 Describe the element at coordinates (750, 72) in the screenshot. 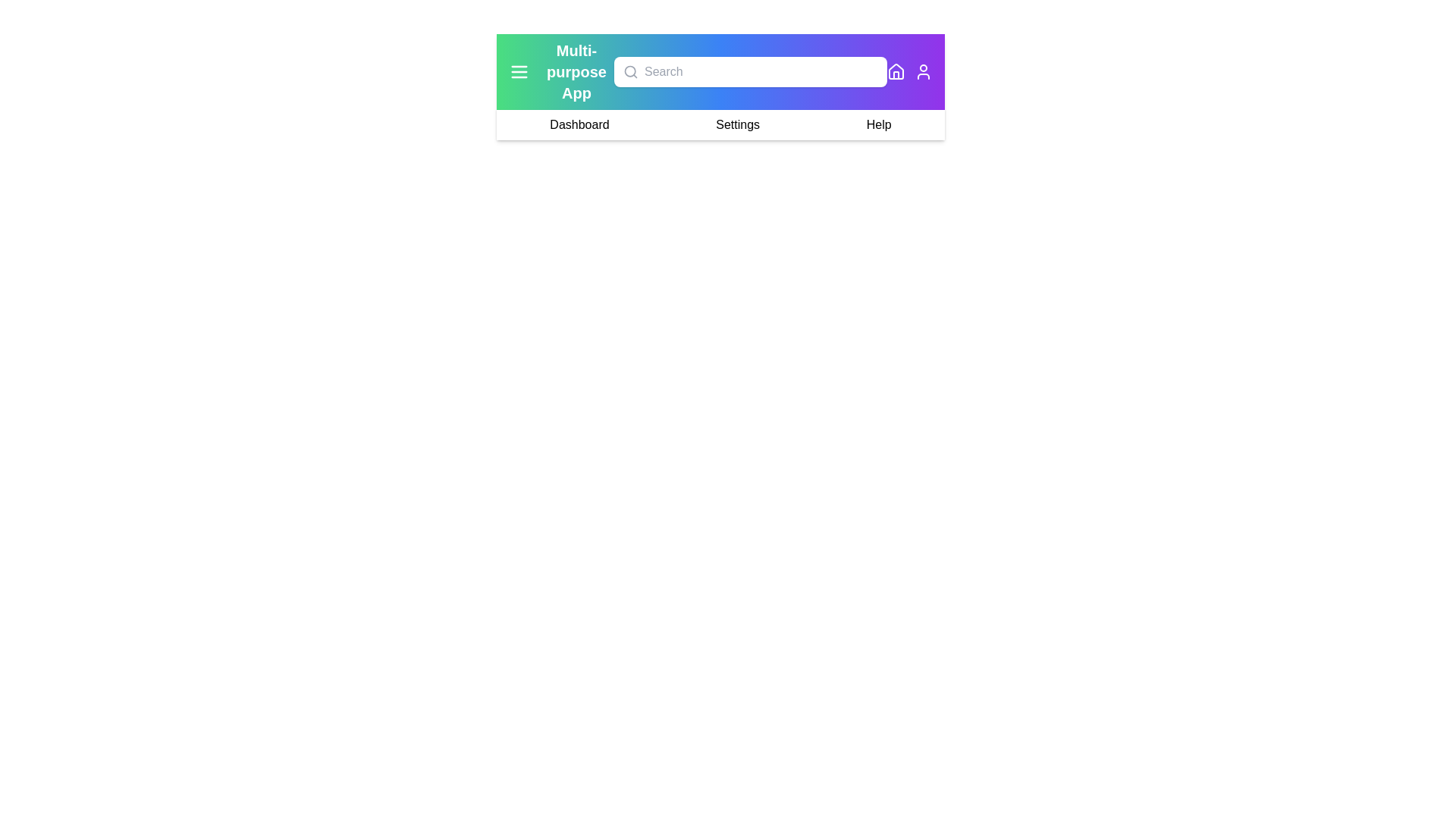

I see `the search bar to focus and enter a query` at that location.